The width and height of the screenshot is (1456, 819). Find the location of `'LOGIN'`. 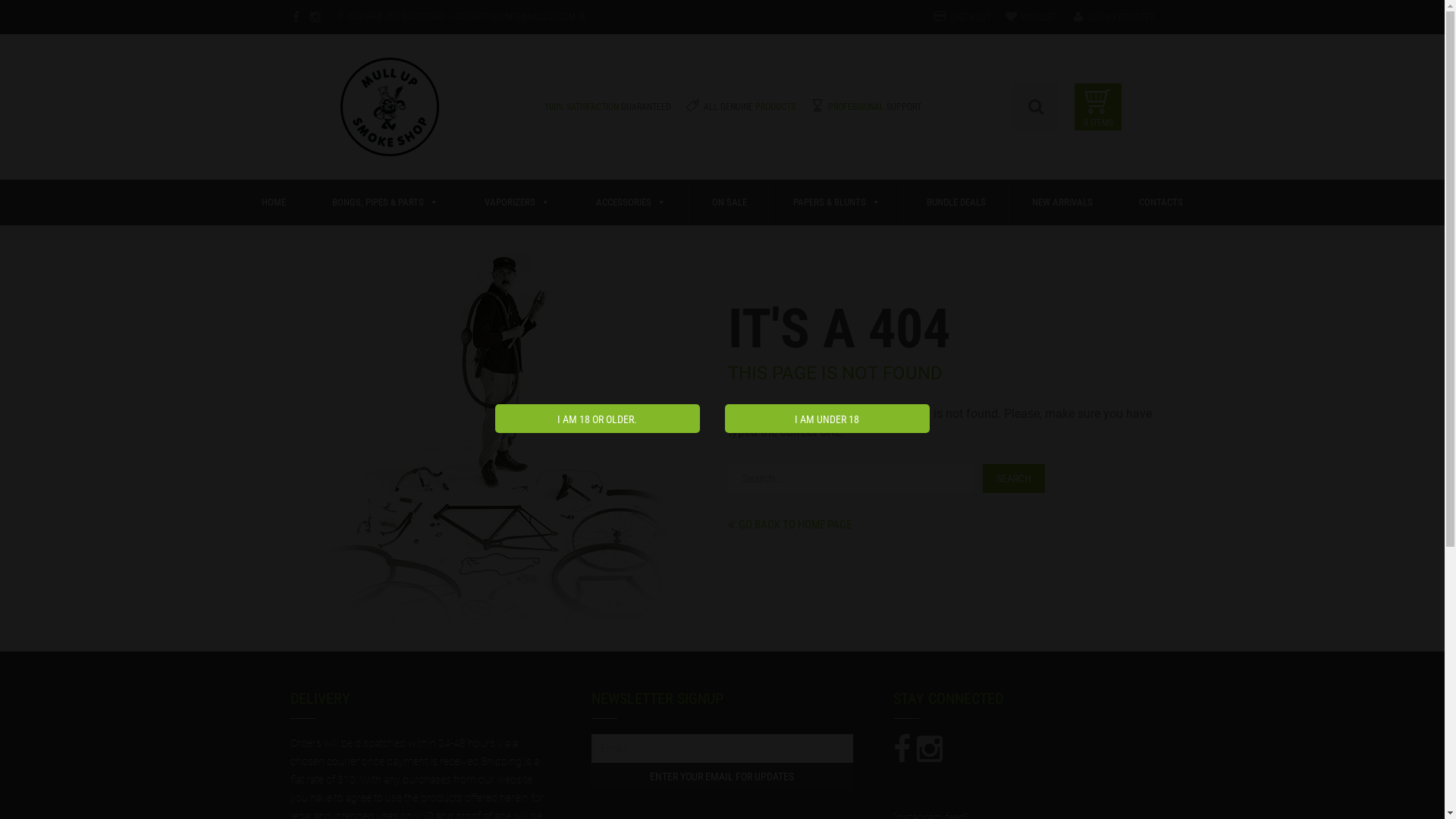

'LOGIN' is located at coordinates (1098, 17).